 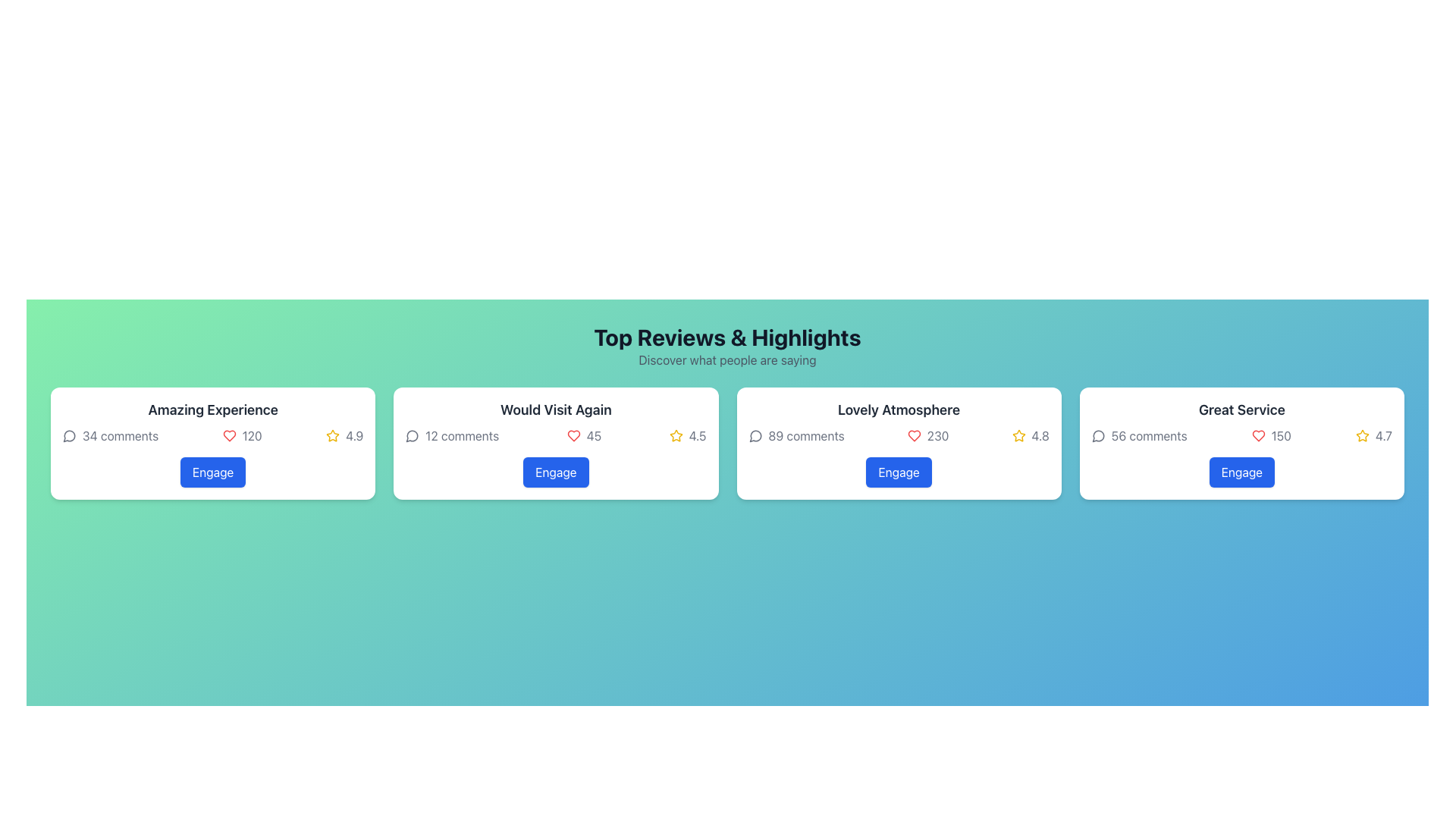 What do you see at coordinates (555, 409) in the screenshot?
I see `the text 'Would Visit Again' which is styled in bold dark gray color and is centered within a white rectangular card with rounded corners, located in the second card of a row of four cards` at bounding box center [555, 409].